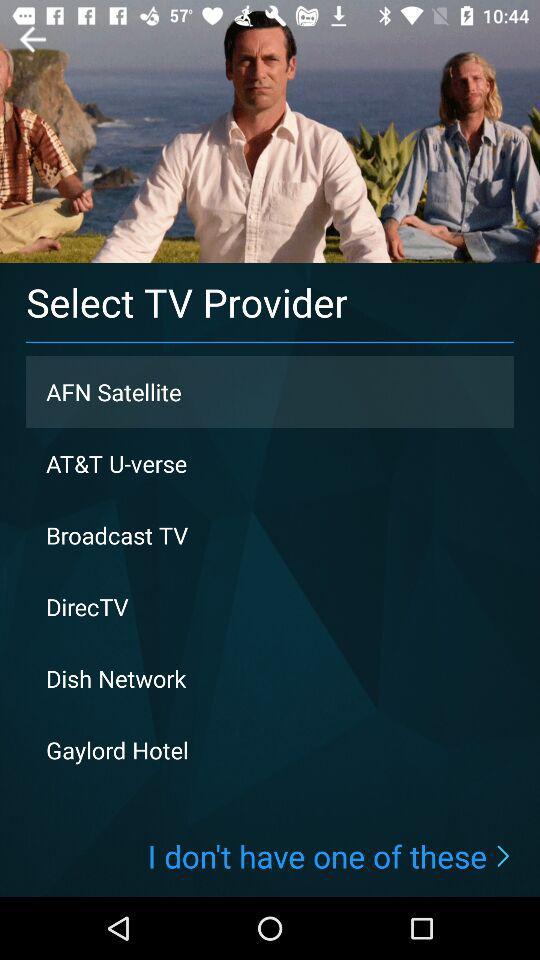 The width and height of the screenshot is (540, 960). I want to click on the arrow_backward icon, so click(31, 38).